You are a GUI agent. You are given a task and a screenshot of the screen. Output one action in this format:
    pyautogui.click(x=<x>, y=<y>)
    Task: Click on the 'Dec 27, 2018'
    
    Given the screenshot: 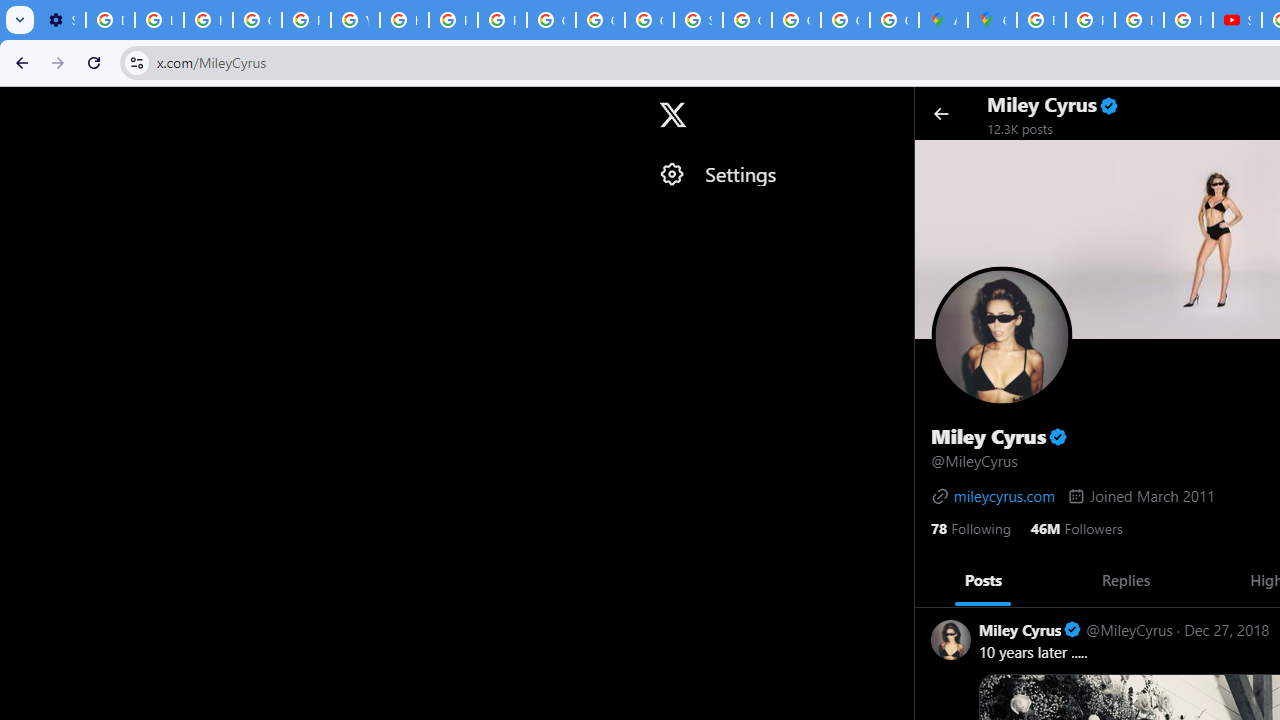 What is the action you would take?
    pyautogui.click(x=1225, y=628)
    